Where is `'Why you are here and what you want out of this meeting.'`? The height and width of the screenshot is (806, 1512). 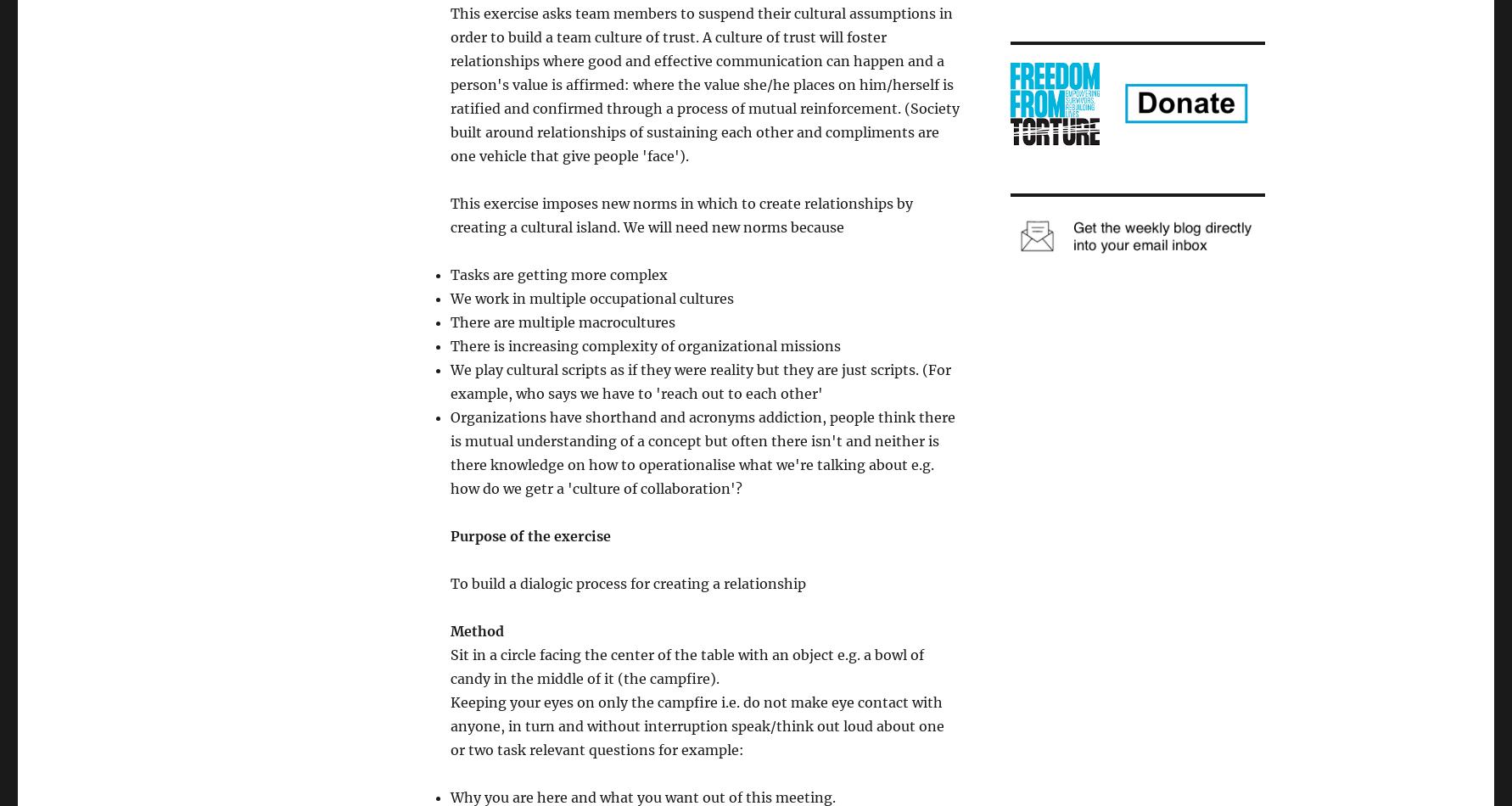 'Why you are here and what you want out of this meeting.' is located at coordinates (643, 797).